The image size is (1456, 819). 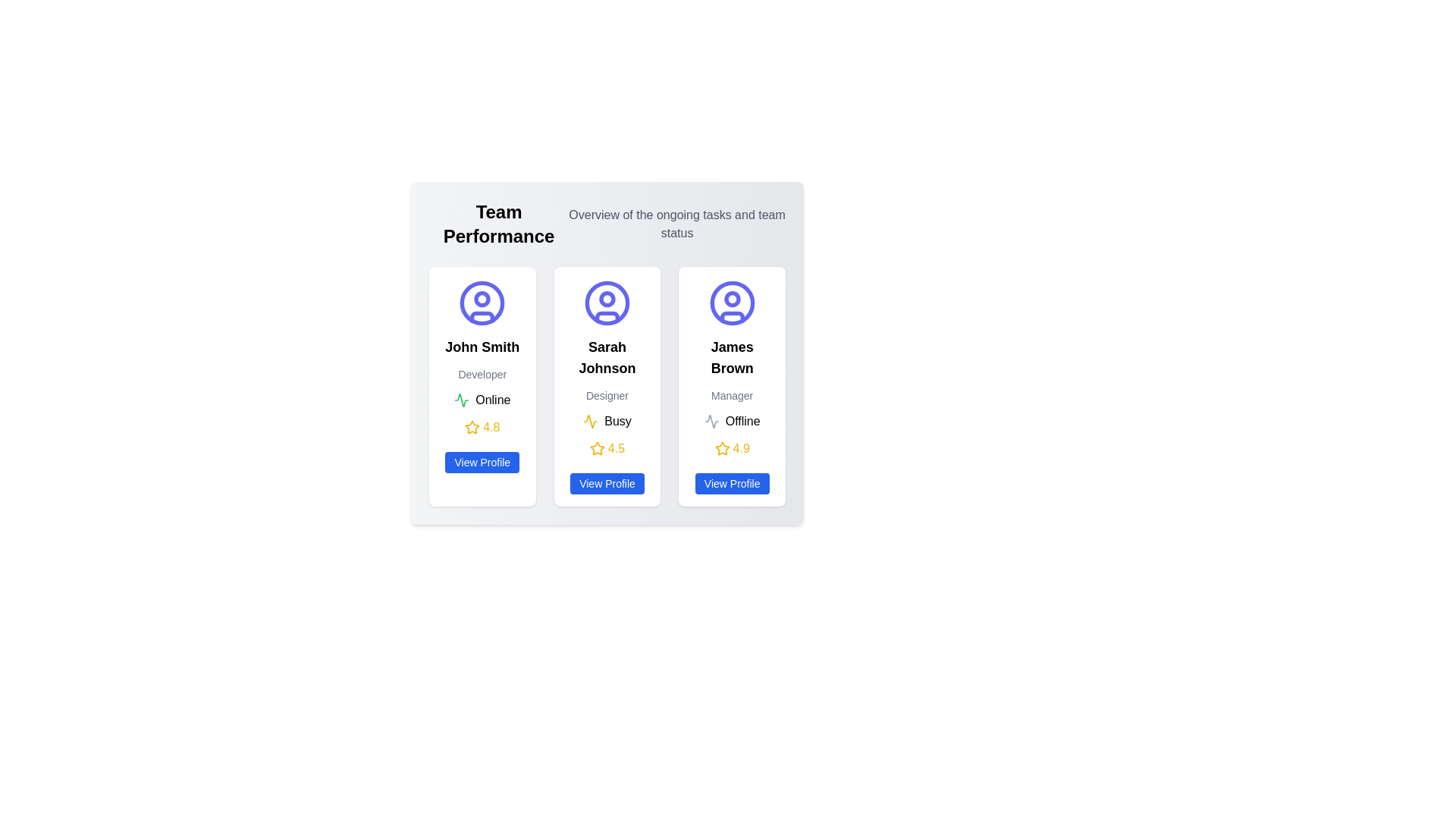 What do you see at coordinates (493, 400) in the screenshot?
I see `text label indicating the online status of user 'John Smith', which is positioned to the right of a green activity icon and above a star rating of 4.8` at bounding box center [493, 400].